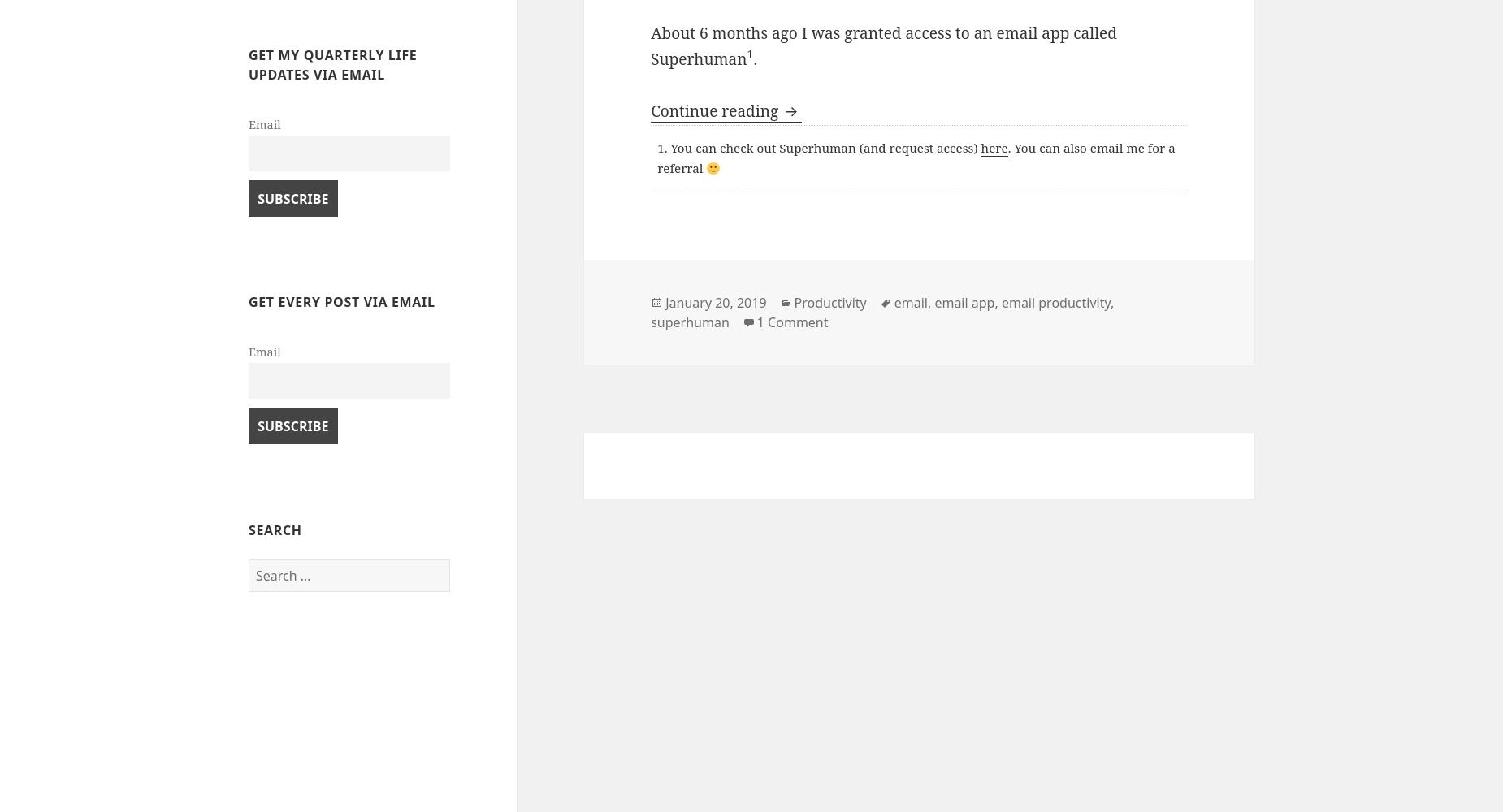 Image resolution: width=1503 pixels, height=812 pixels. Describe the element at coordinates (909, 301) in the screenshot. I see `'email'` at that location.